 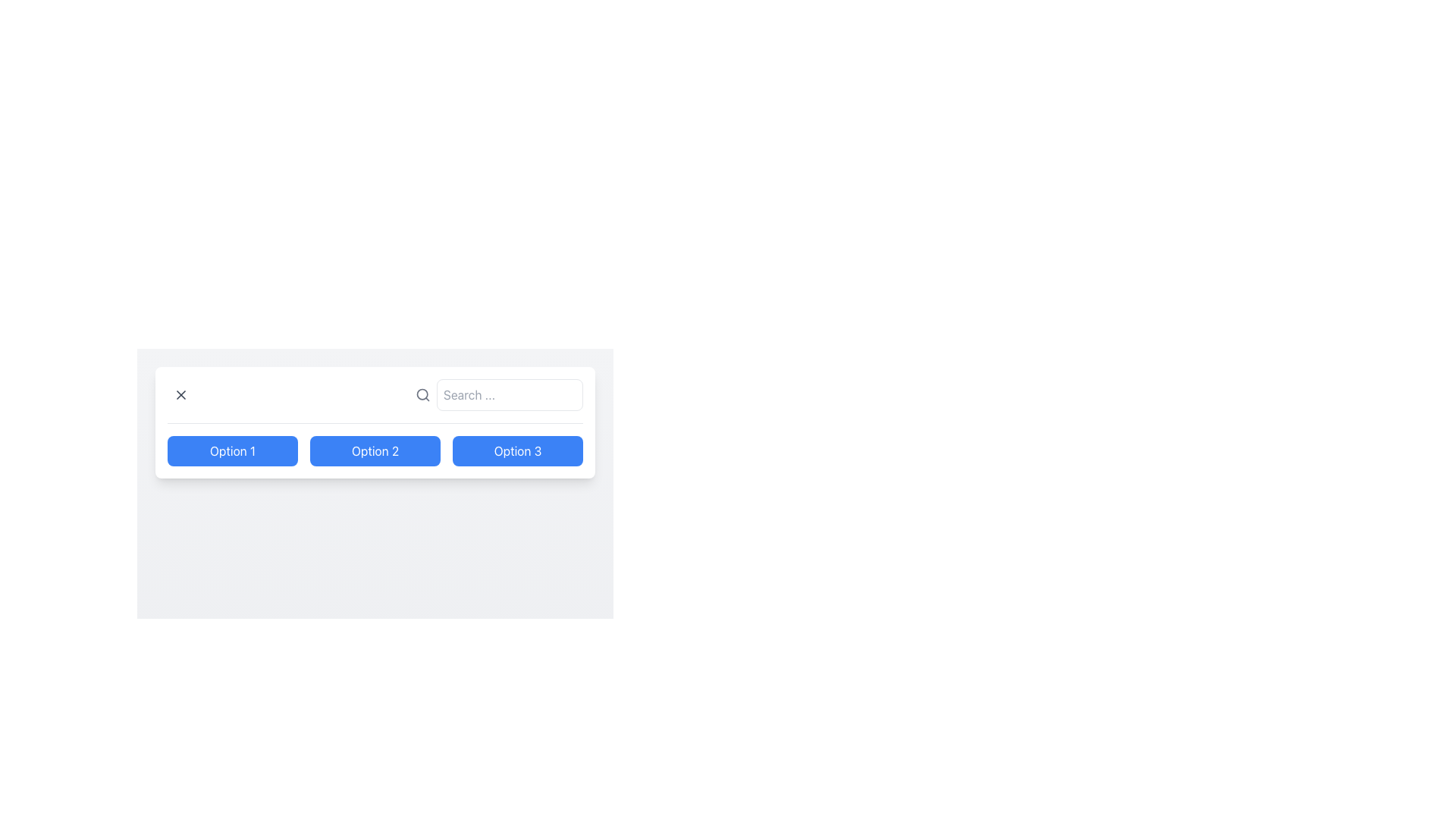 What do you see at coordinates (375, 450) in the screenshot?
I see `the second button labeled 'Option 2' to change its background color` at bounding box center [375, 450].